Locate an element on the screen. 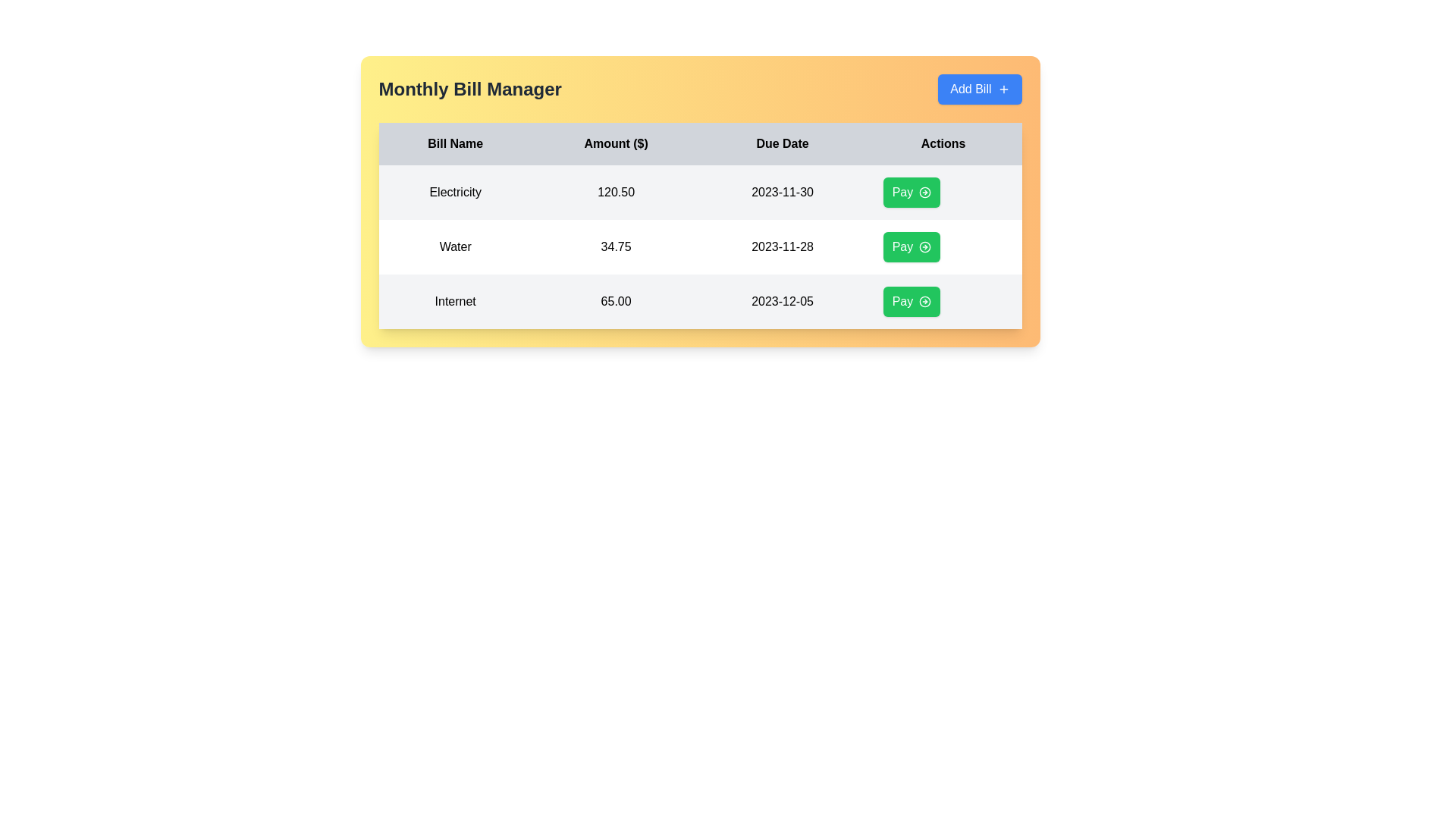  the Table Cell displaying 'Electricity' in the 'Bill Name' column, which is the first cell of its row is located at coordinates (454, 192).